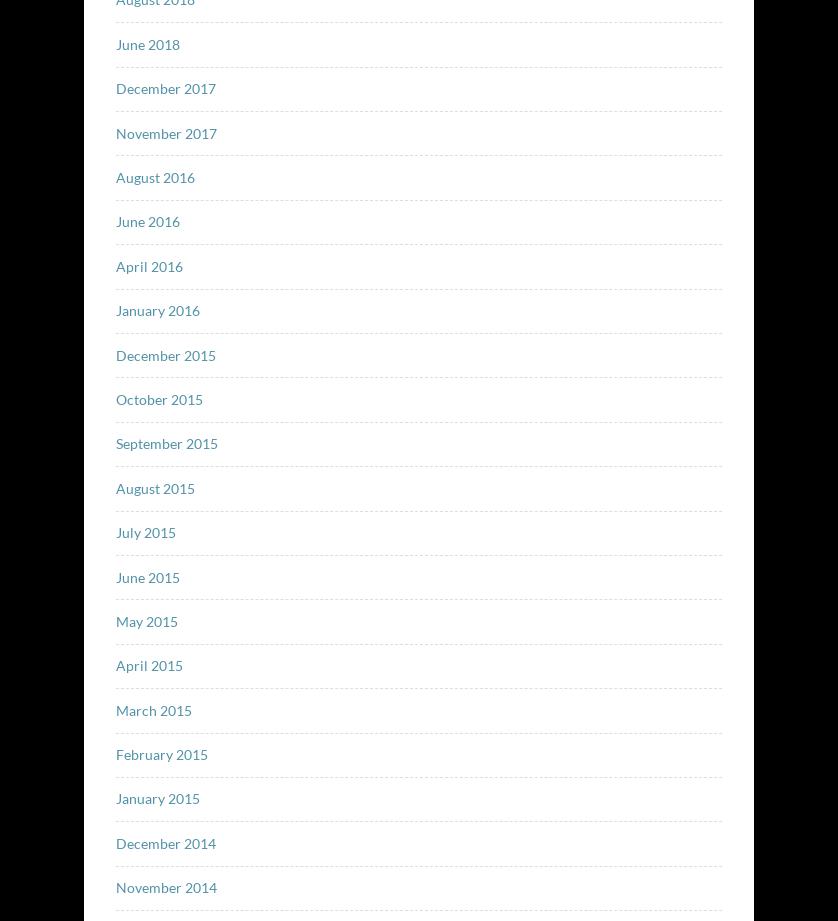  Describe the element at coordinates (114, 841) in the screenshot. I see `'December 2014'` at that location.